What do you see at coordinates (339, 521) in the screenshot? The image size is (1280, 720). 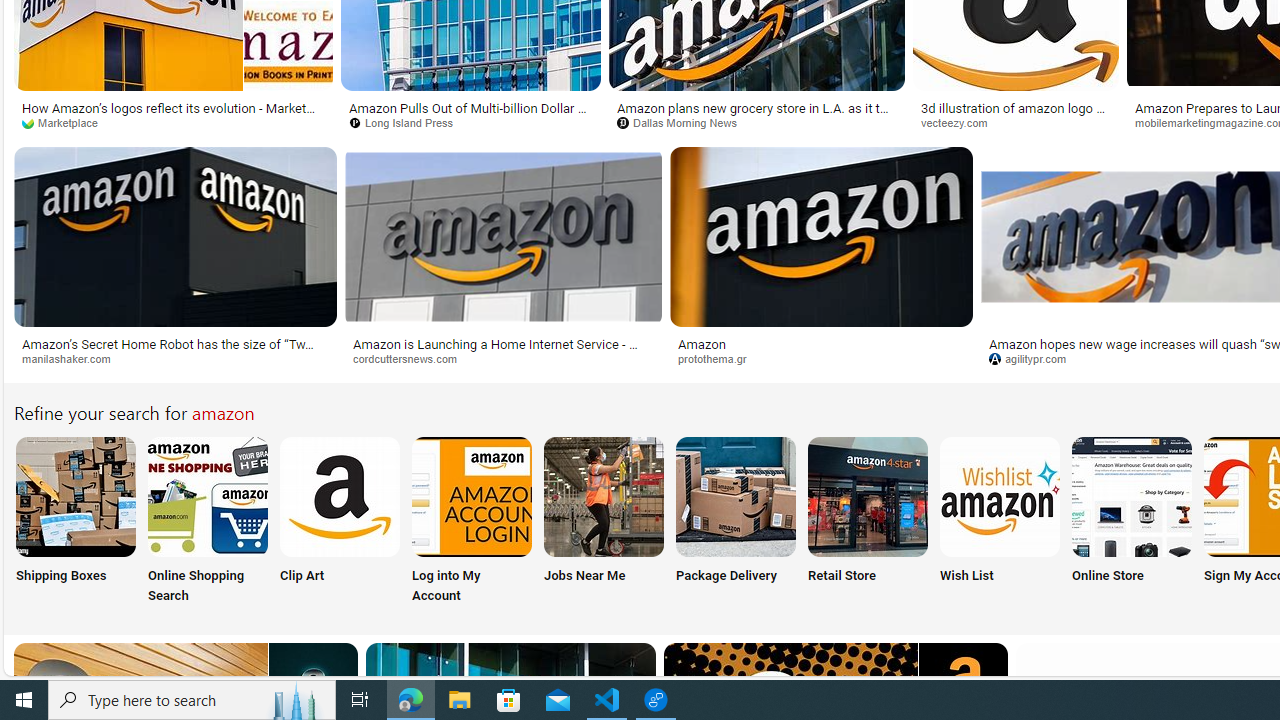 I see `'Amazon Clip Art Clip Art'` at bounding box center [339, 521].